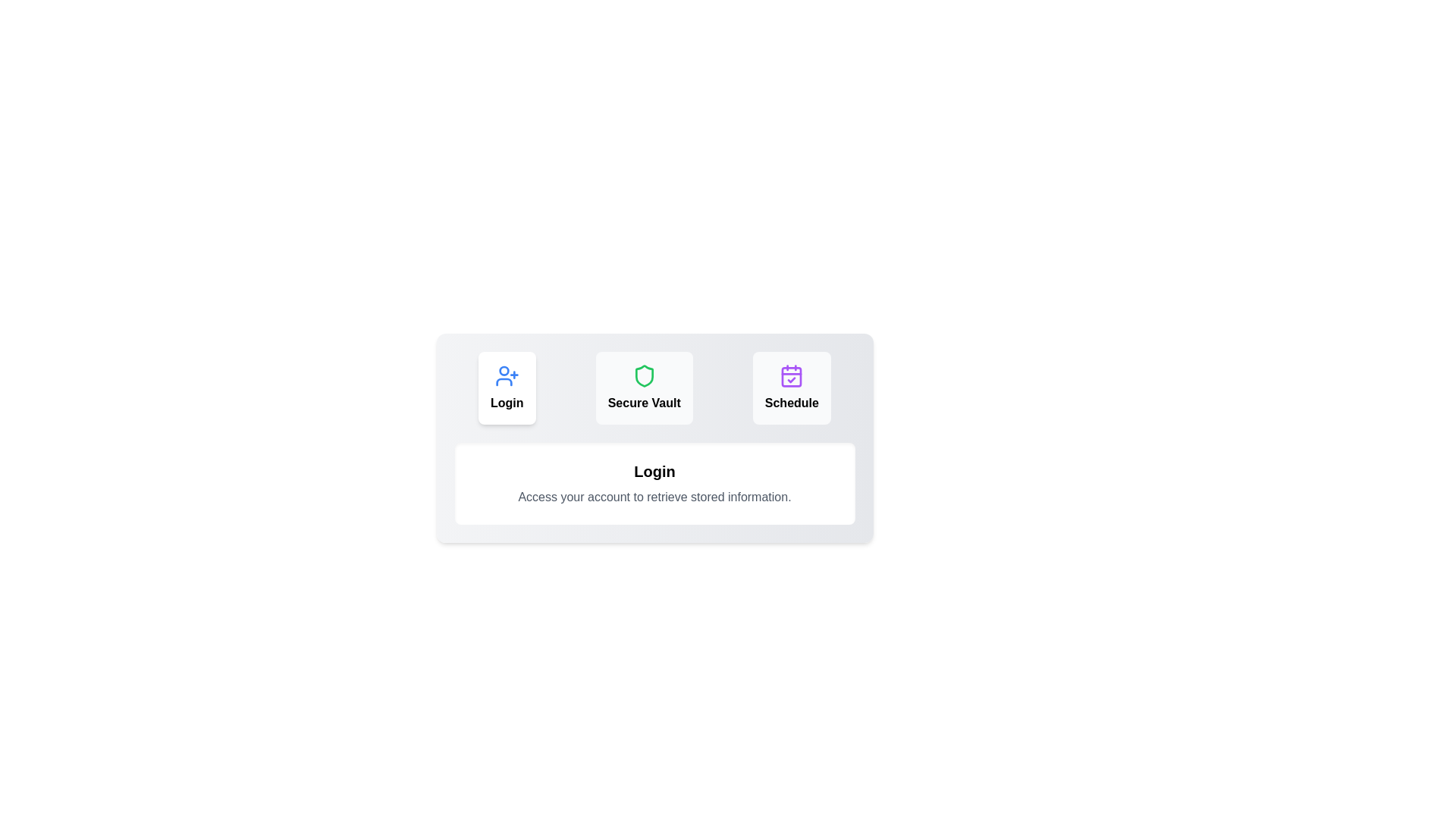  What do you see at coordinates (791, 388) in the screenshot?
I see `the Schedule tab to view its content` at bounding box center [791, 388].